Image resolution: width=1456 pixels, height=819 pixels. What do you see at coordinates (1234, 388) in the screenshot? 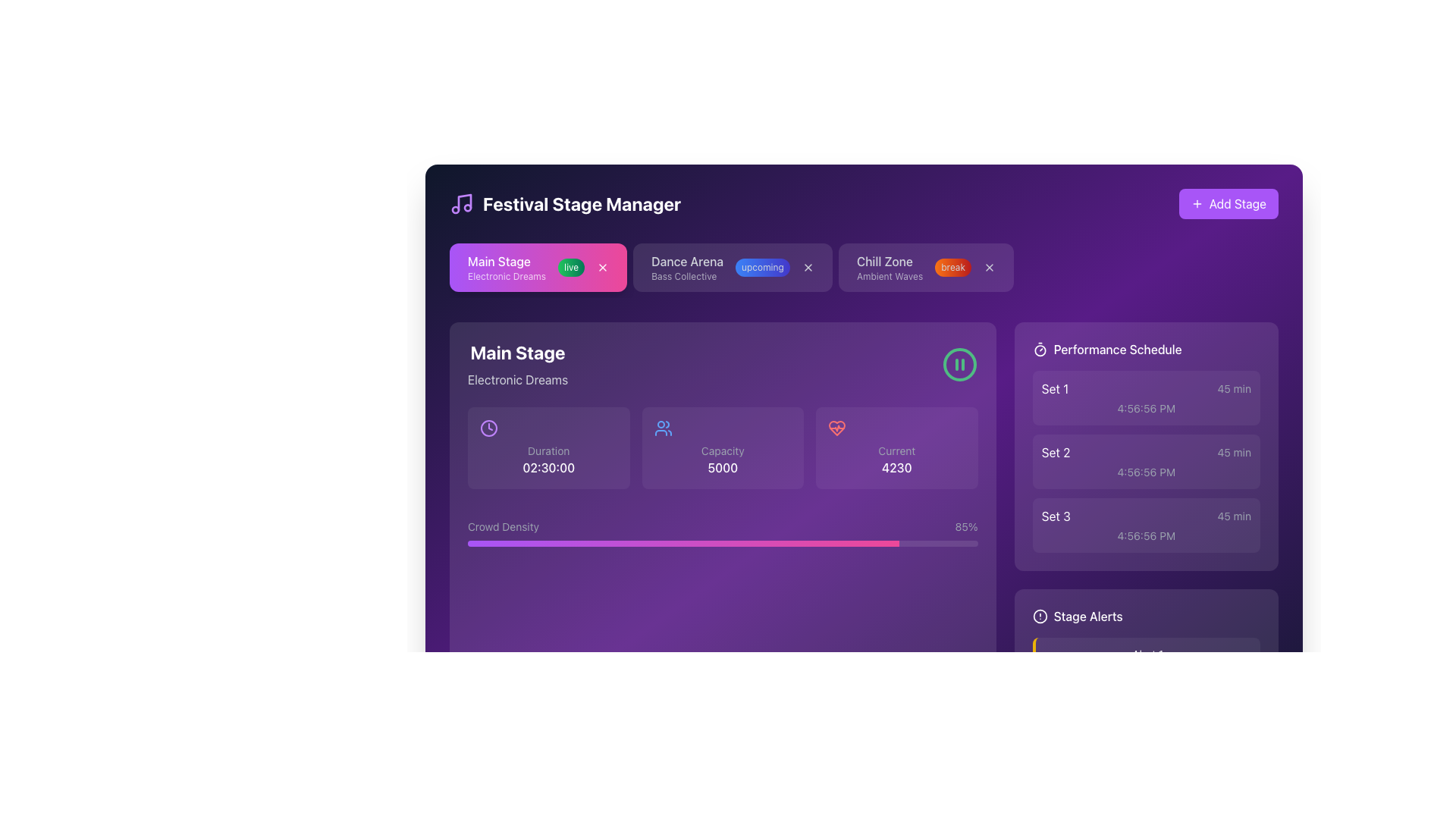
I see `the text label that indicates the duration of the performance 'Set 1', which is located on the far right side of the 'Set 1' card in the 'Performance Schedule' section` at bounding box center [1234, 388].